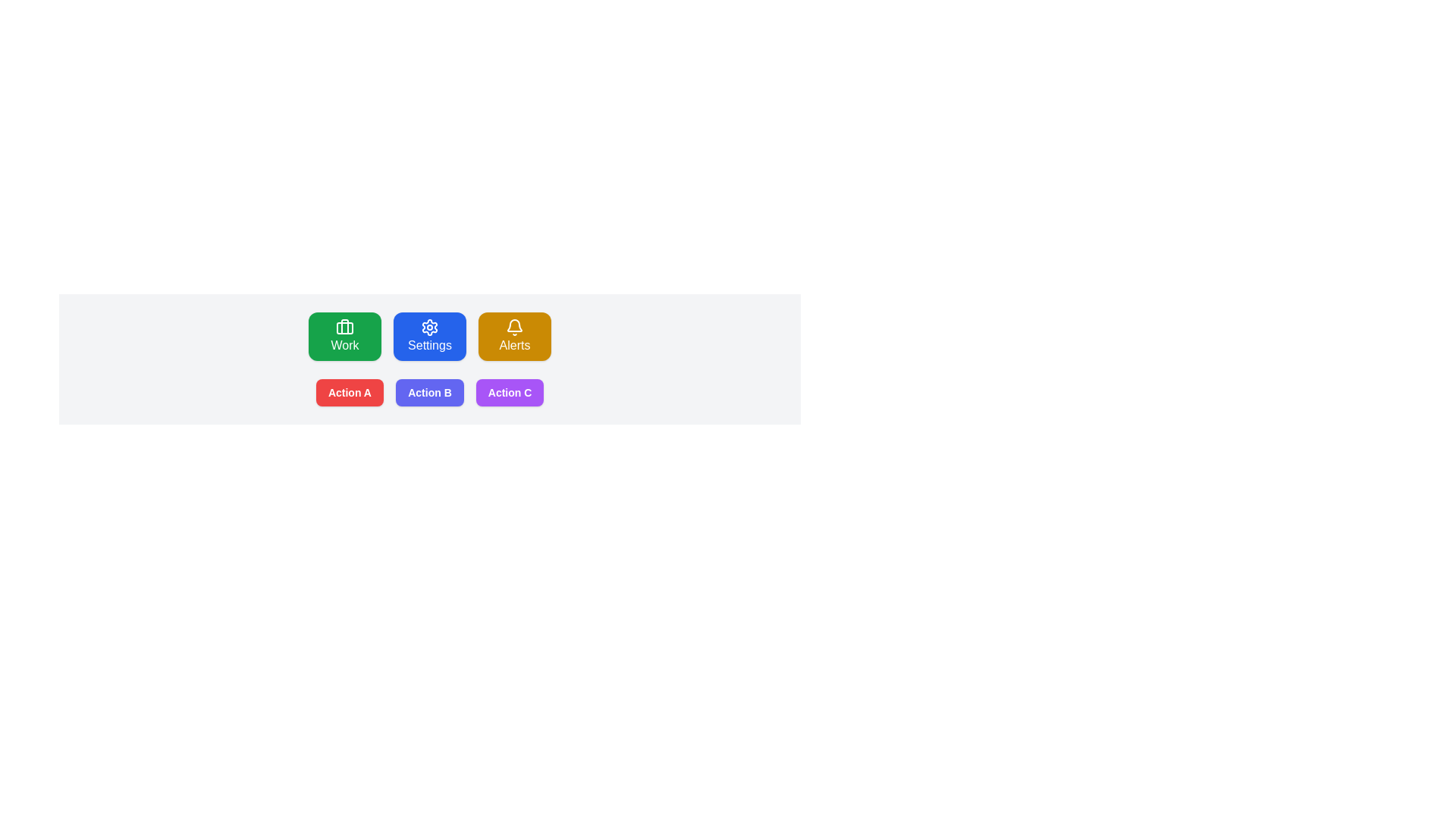  Describe the element at coordinates (514, 327) in the screenshot. I see `the third icon from the left, which is a bell icon with a yellow-orange background and white outline, located under the label 'Alerts'` at that location.